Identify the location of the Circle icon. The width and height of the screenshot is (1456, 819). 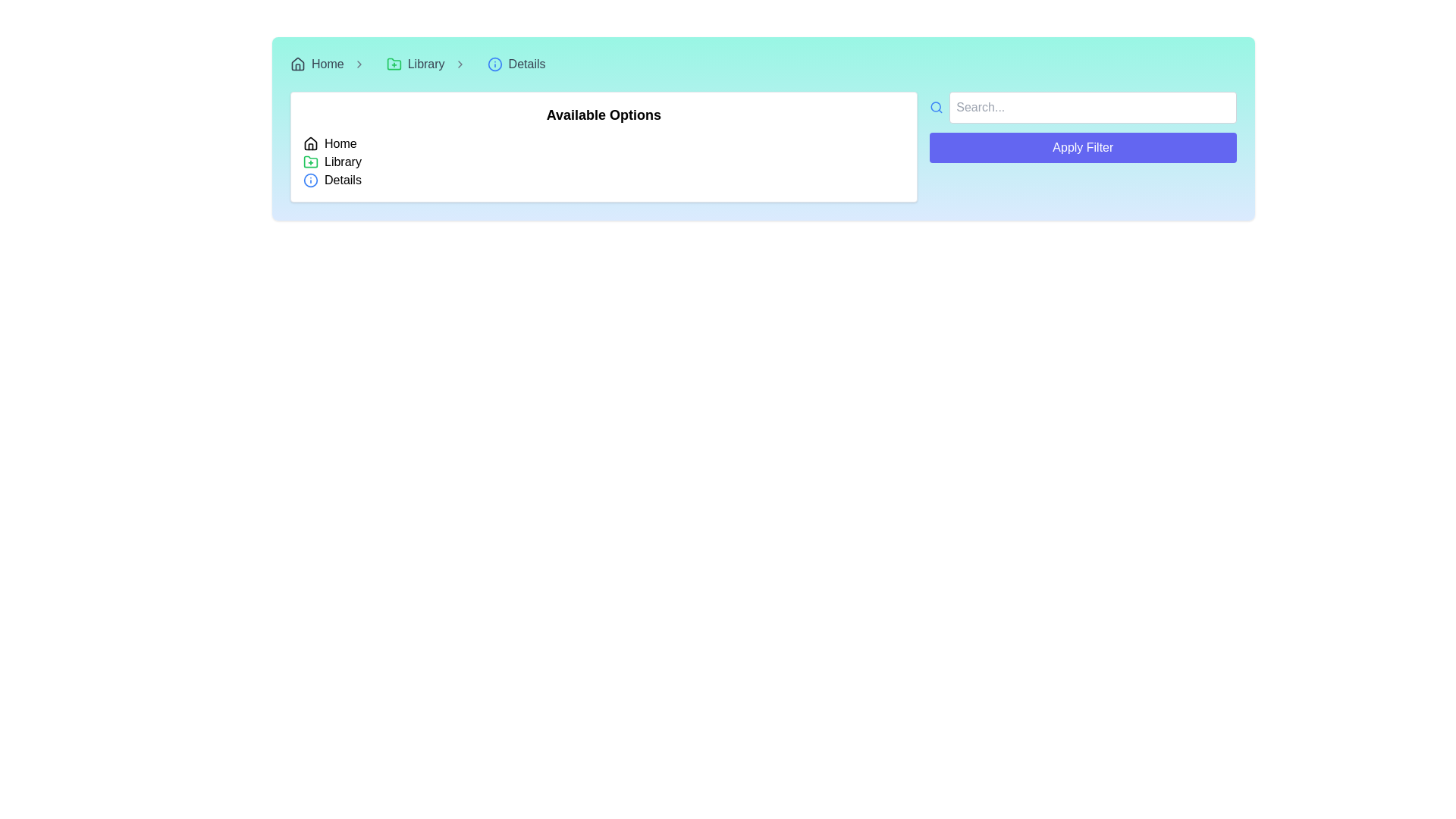
(309, 180).